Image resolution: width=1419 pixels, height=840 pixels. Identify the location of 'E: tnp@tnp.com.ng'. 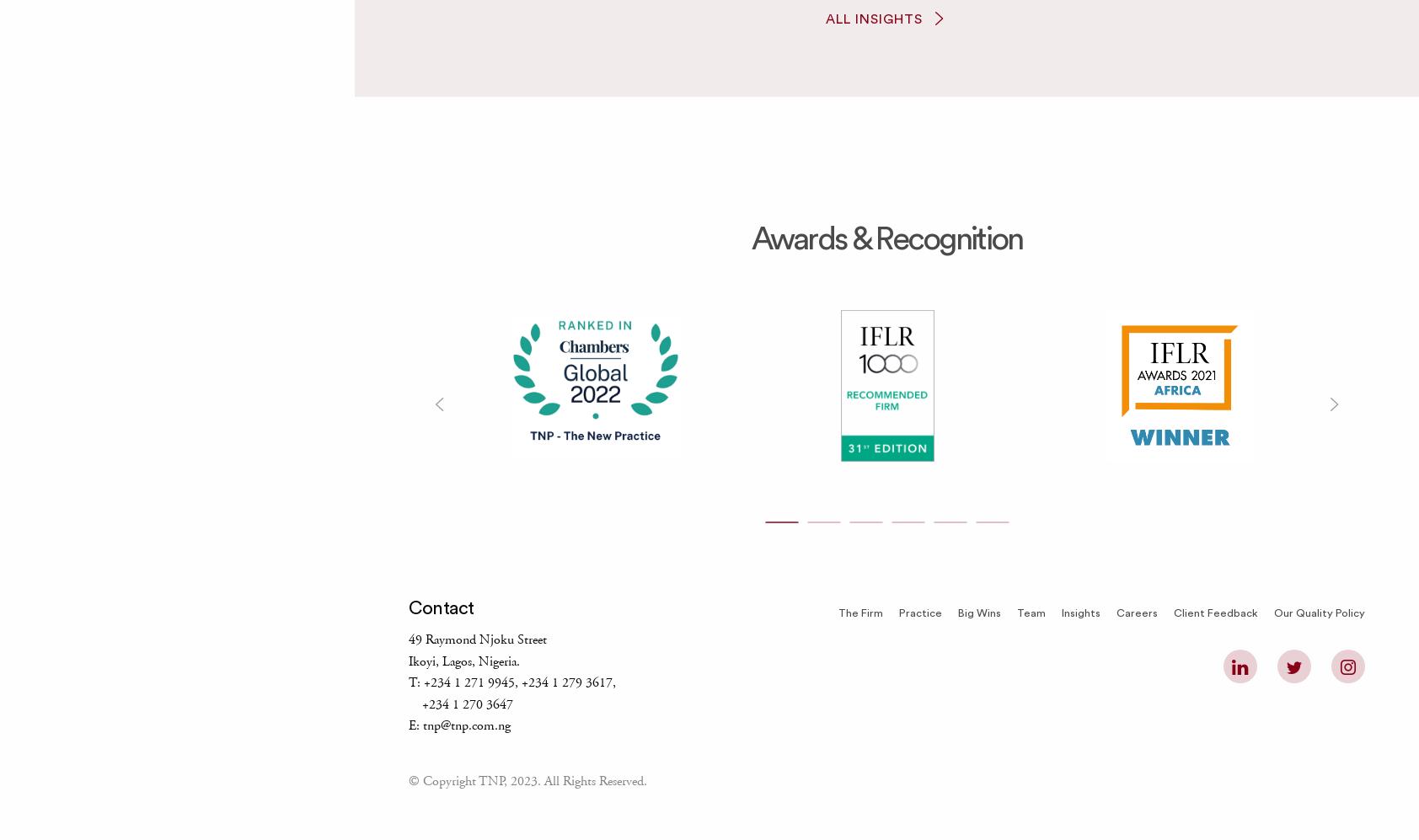
(458, 725).